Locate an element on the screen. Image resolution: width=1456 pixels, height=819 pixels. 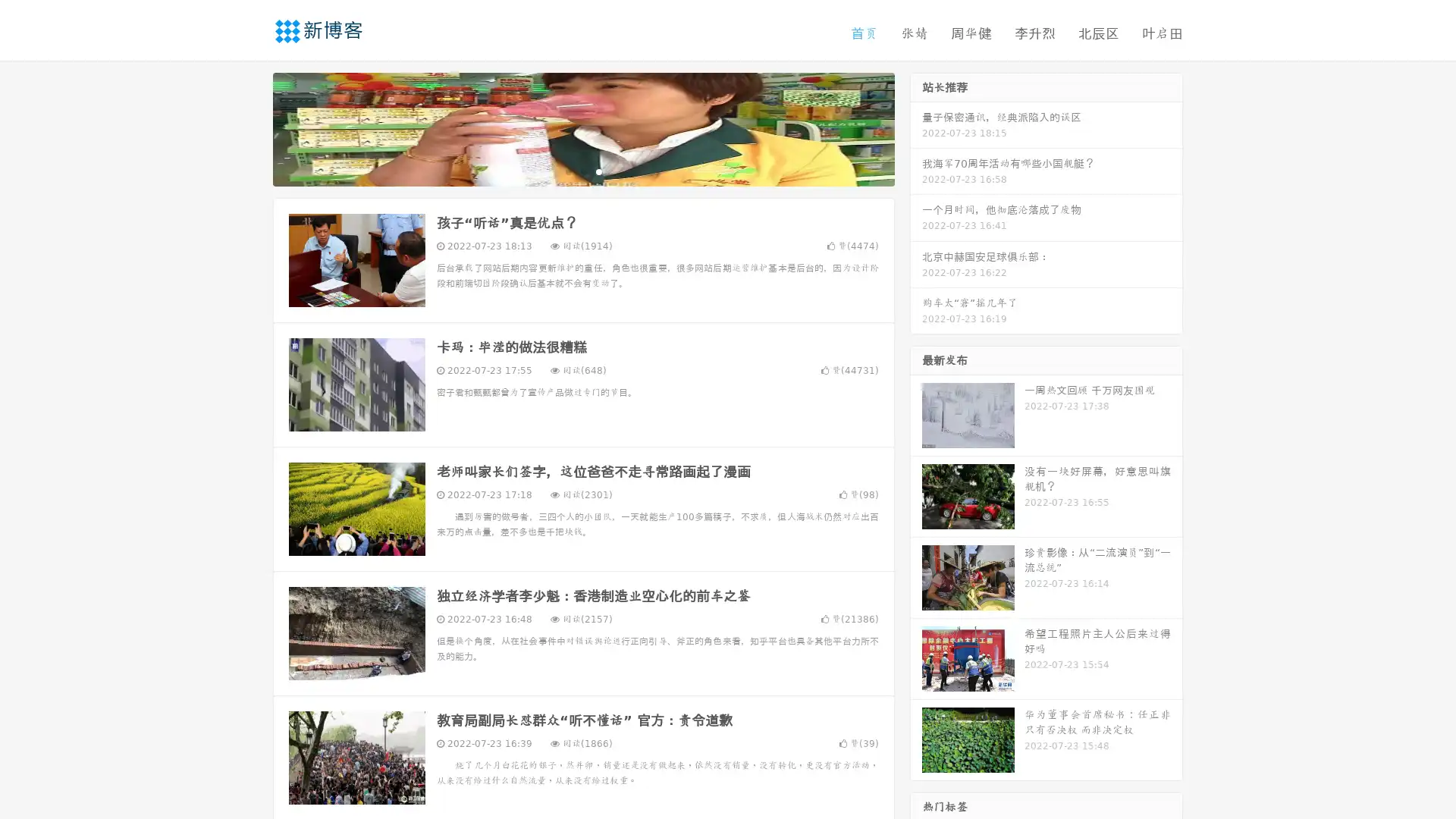
Go to slide 2 is located at coordinates (582, 171).